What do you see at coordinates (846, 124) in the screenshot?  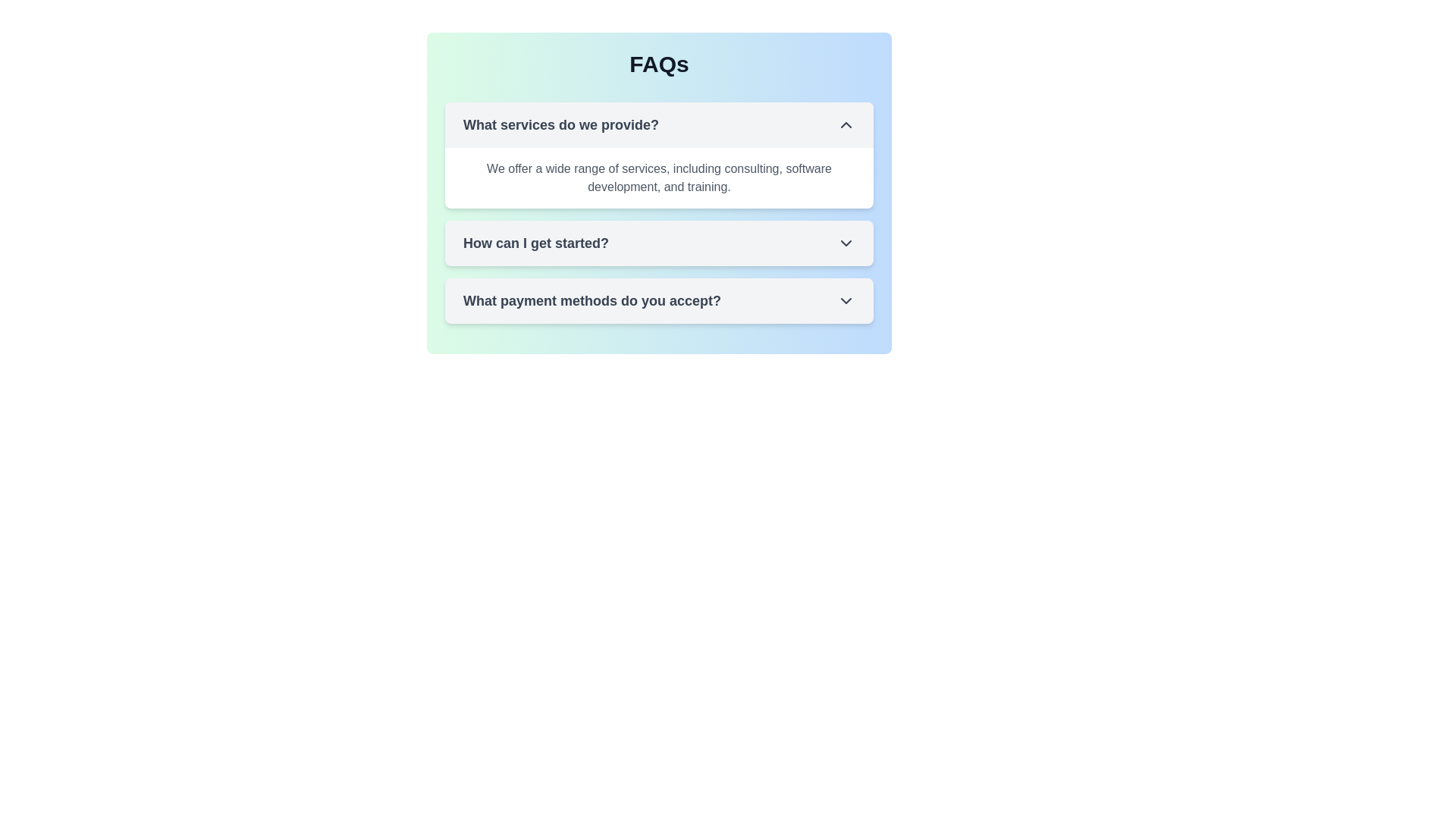 I see `the chevron-up icon located in the top right corner of the FAQ item titled 'What services do we provide?'` at bounding box center [846, 124].